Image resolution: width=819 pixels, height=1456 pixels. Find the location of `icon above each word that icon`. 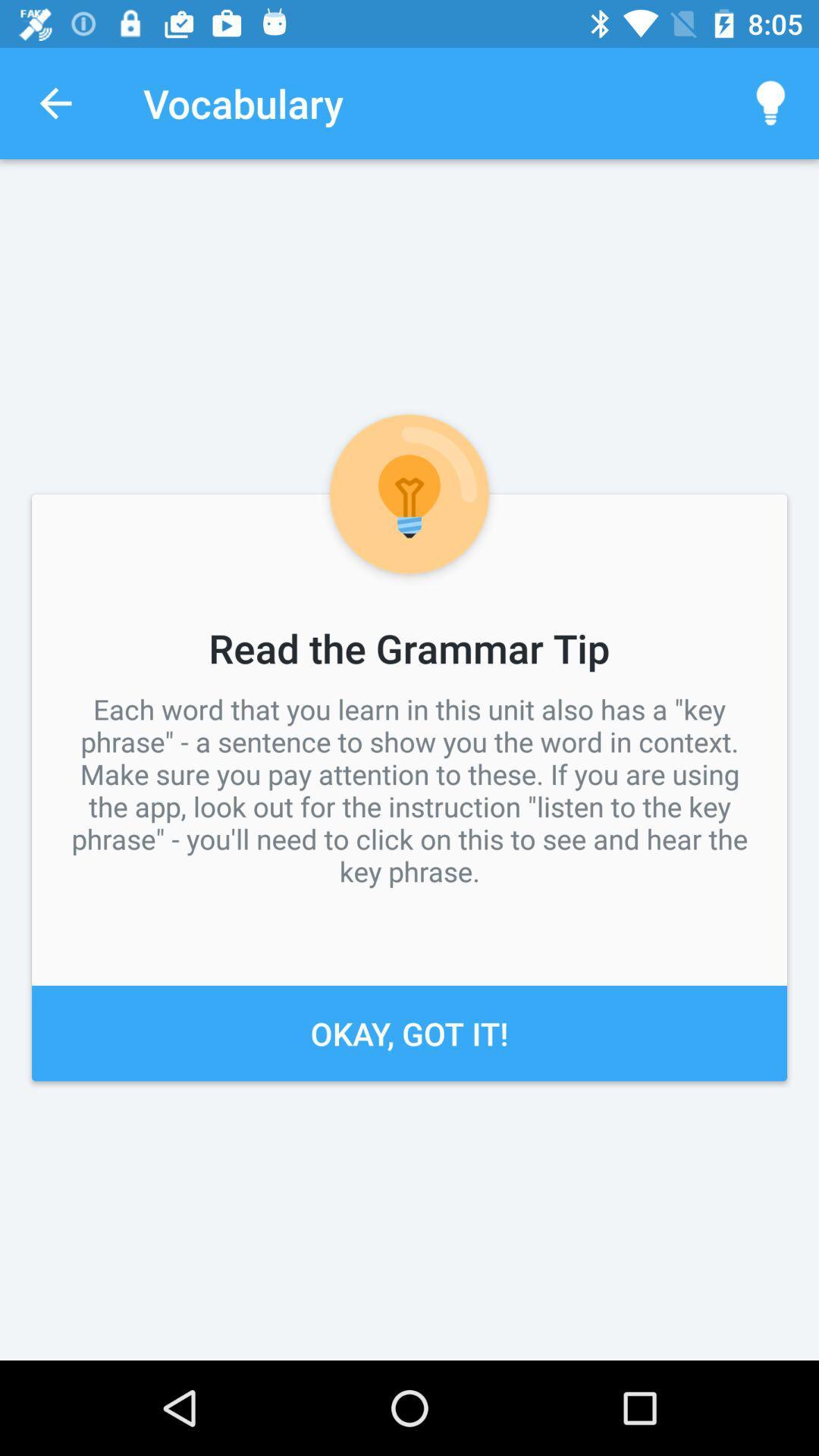

icon above each word that icon is located at coordinates (55, 102).